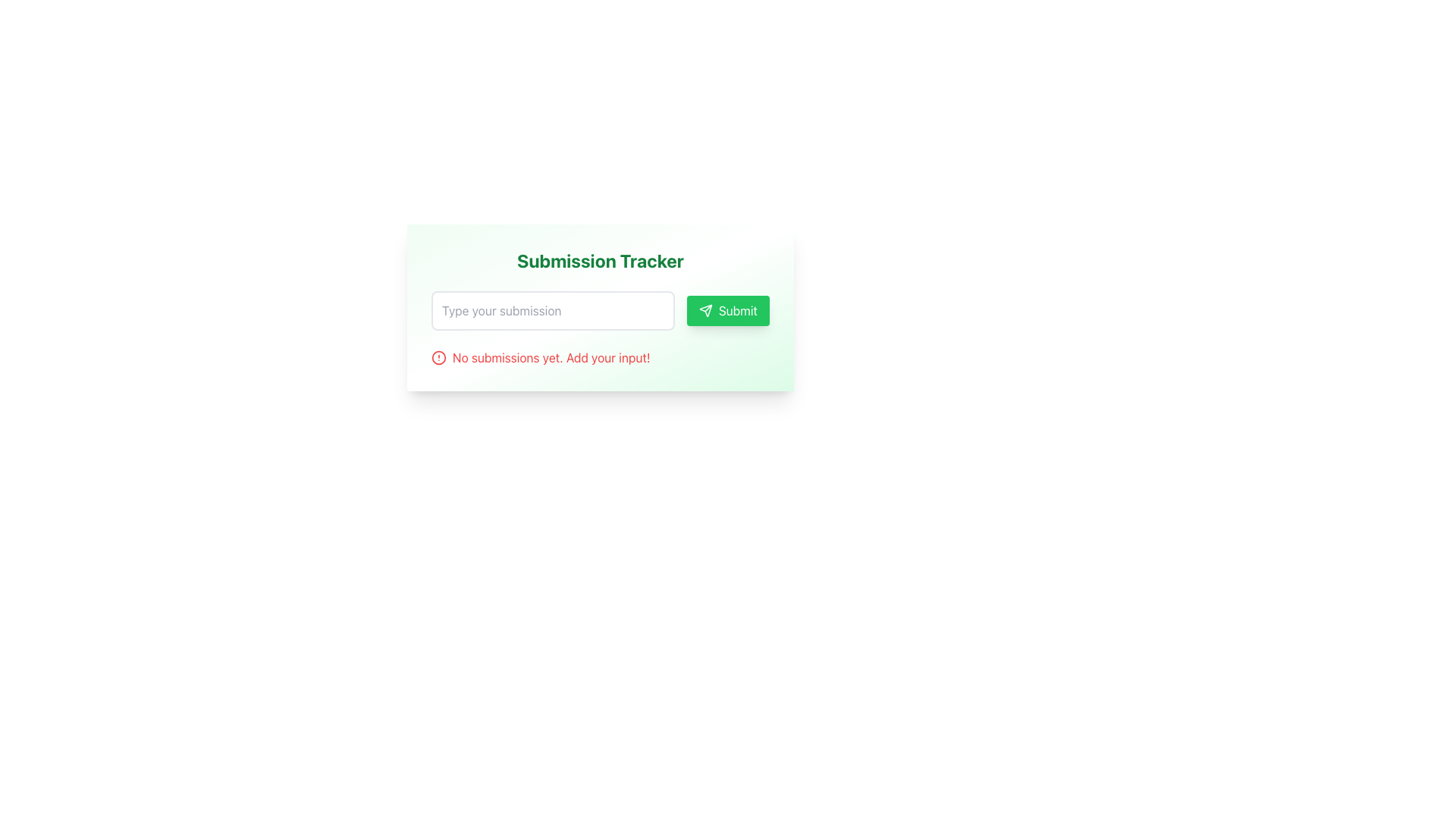 This screenshot has height=819, width=1456. I want to click on informational message displayed at the bottom of the 'Submission Tracker' section, which indicates there are currently no submissions and encourages users to add their input, so click(600, 357).